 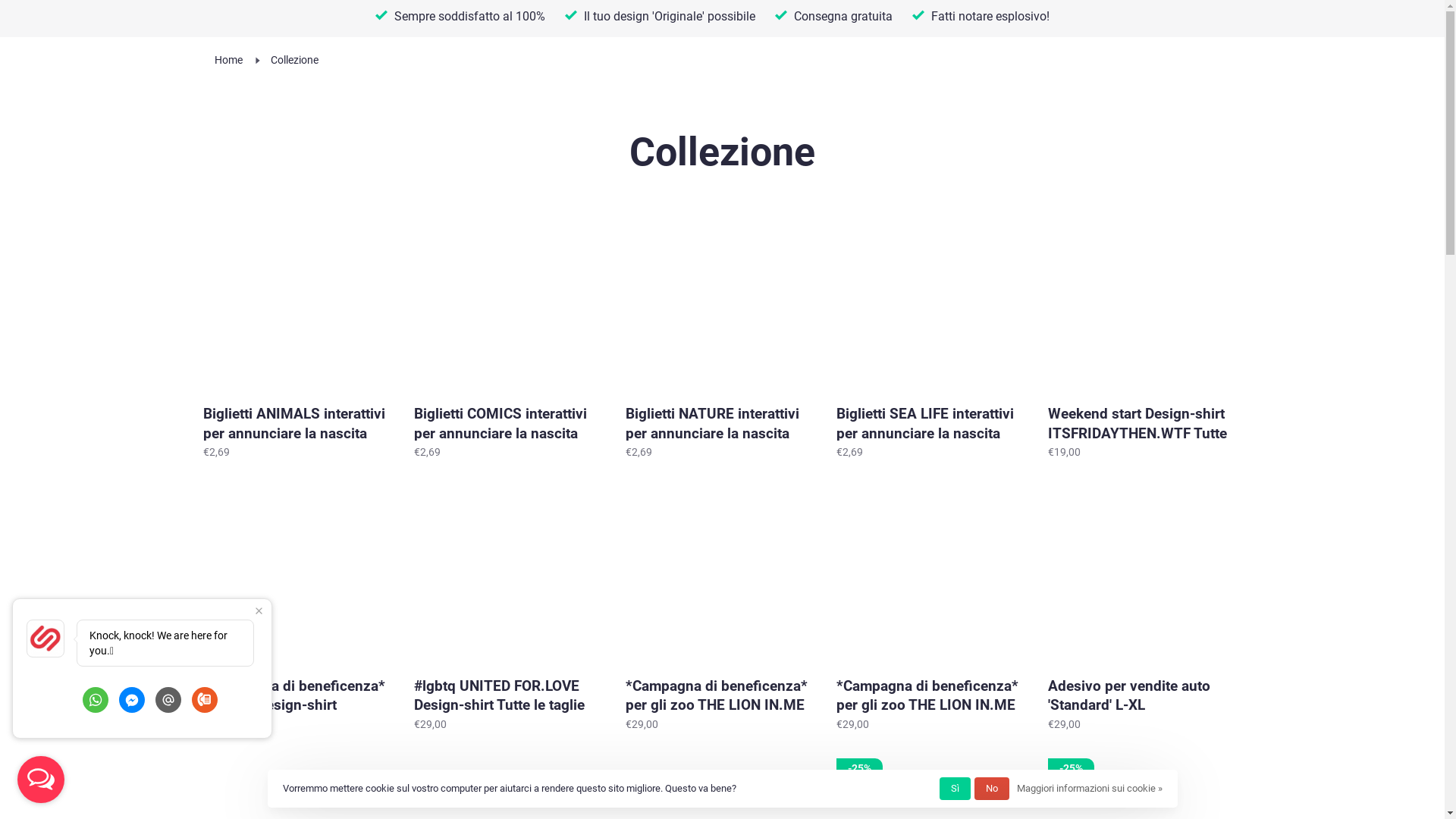 What do you see at coordinates (508, 694) in the screenshot?
I see `'#lgbtq UNITED FOR.LOVE Design-shirt Tutte le taglie'` at bounding box center [508, 694].